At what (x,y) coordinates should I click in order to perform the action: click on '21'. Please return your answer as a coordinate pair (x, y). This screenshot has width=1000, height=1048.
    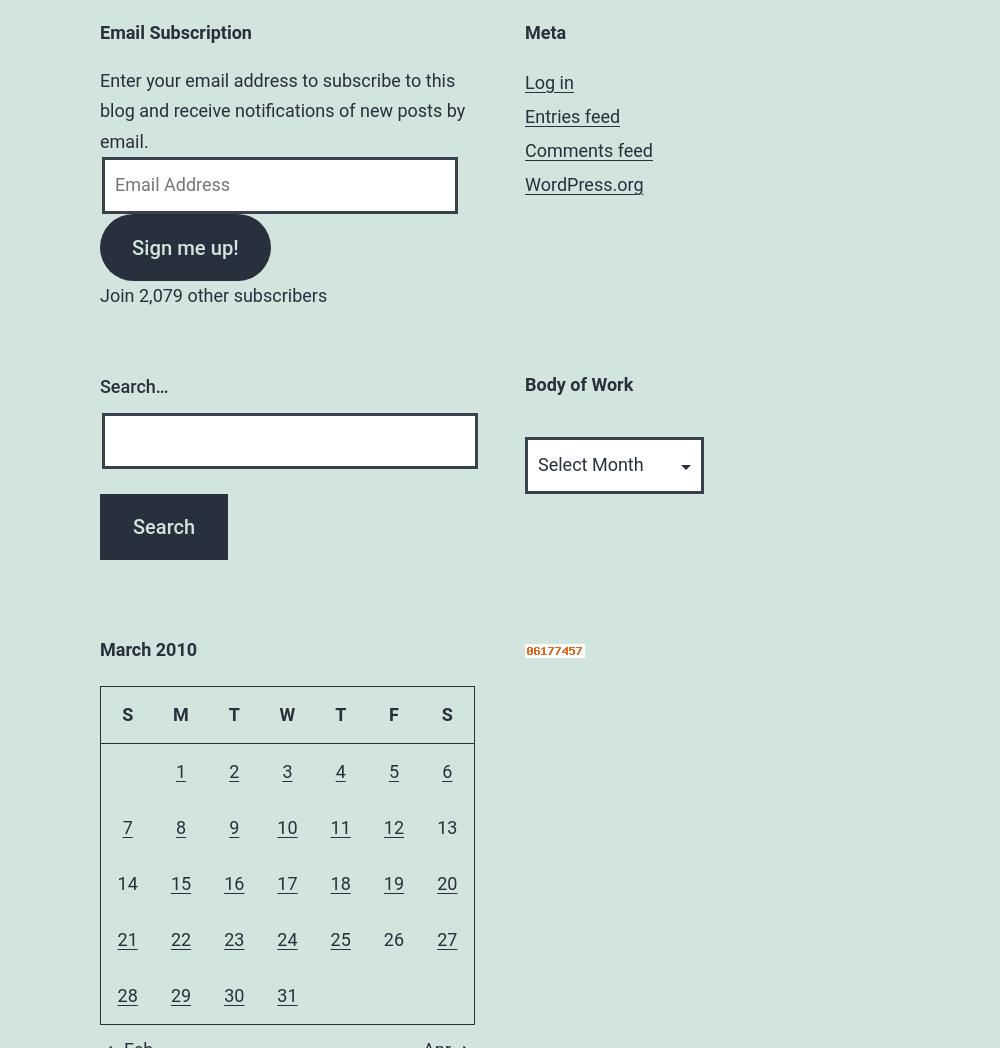
    Looking at the image, I should click on (116, 938).